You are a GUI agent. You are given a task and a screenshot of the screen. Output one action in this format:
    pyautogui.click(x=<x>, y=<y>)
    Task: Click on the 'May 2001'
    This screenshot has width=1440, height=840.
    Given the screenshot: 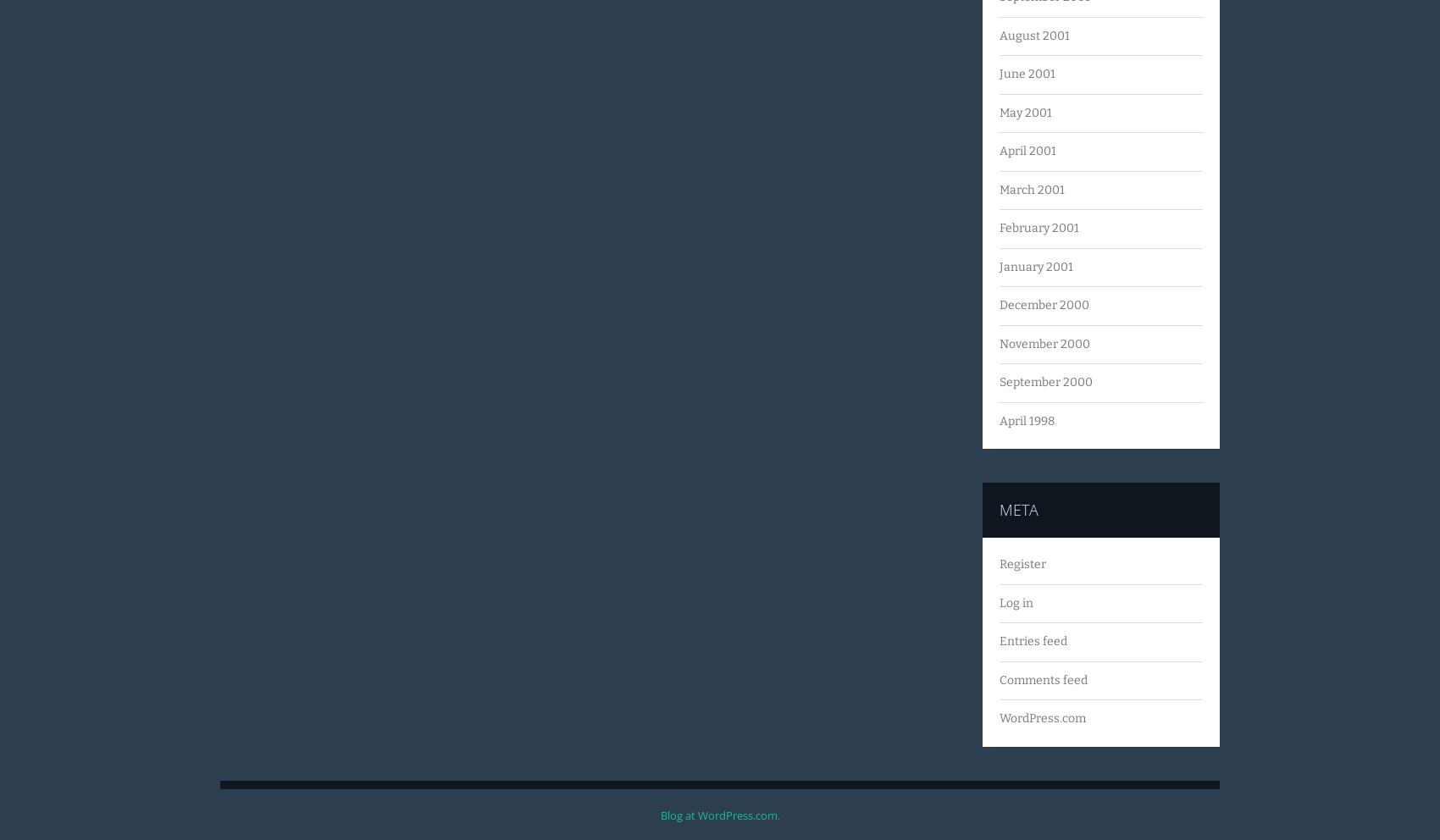 What is the action you would take?
    pyautogui.click(x=1025, y=112)
    